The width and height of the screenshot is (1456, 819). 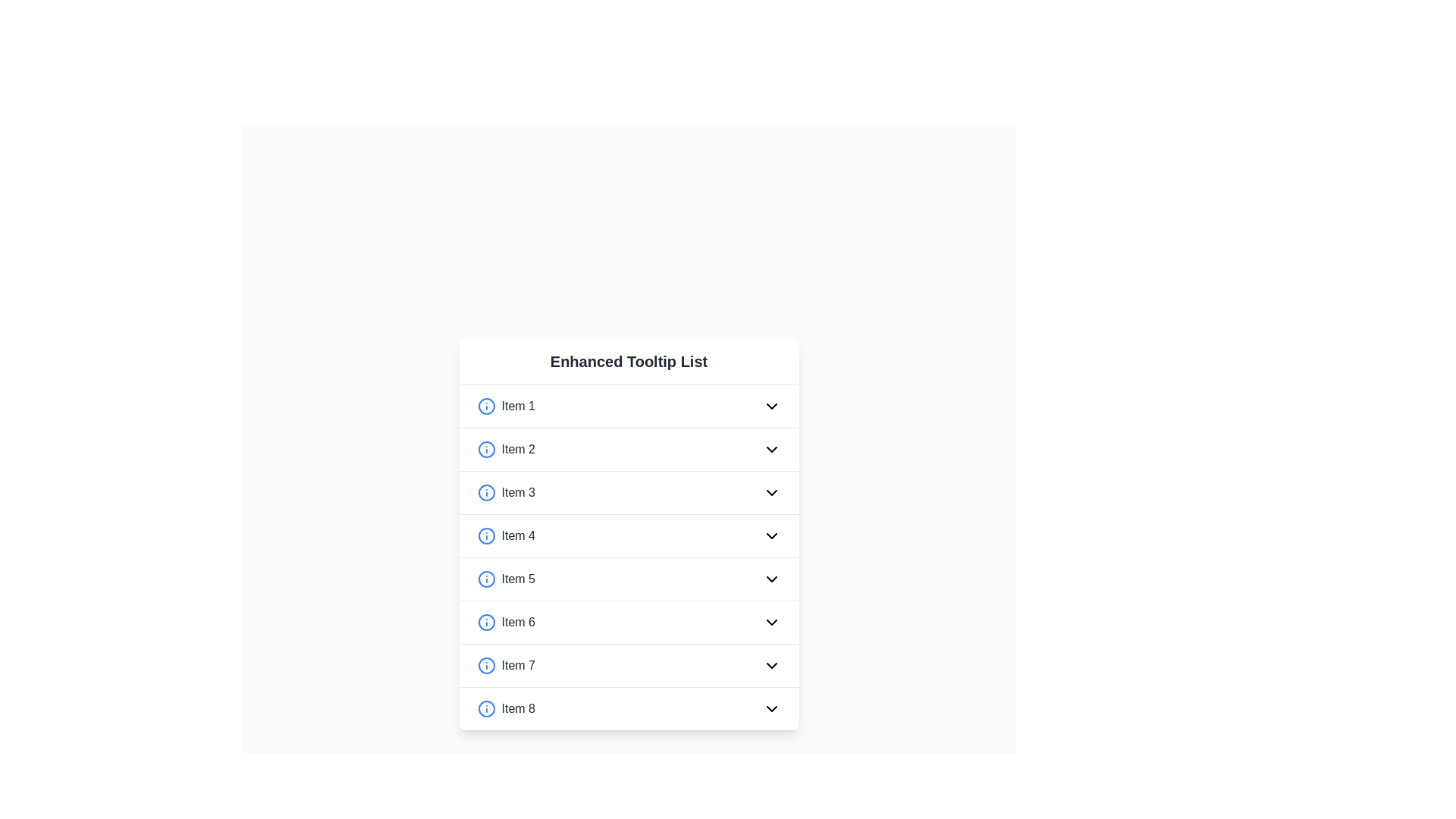 What do you see at coordinates (506, 406) in the screenshot?
I see `the text label displaying 'Item 1' which is in bold, medium-gray font, positioned next to a blue circular information icon in the upper segment of the Enhanced Tooltip List` at bounding box center [506, 406].